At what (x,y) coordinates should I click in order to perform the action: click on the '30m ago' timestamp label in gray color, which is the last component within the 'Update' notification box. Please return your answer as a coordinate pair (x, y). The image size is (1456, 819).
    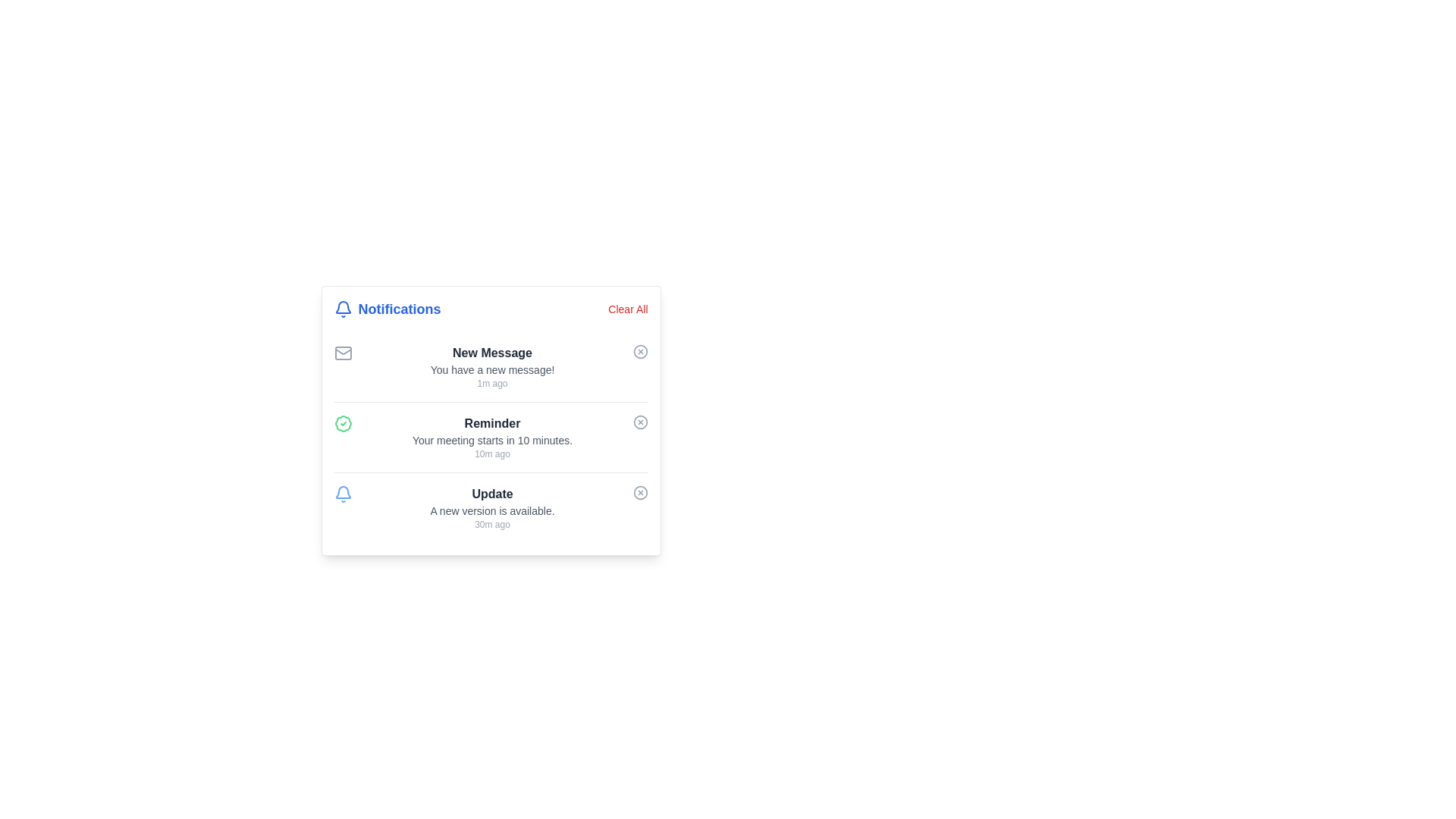
    Looking at the image, I should click on (492, 523).